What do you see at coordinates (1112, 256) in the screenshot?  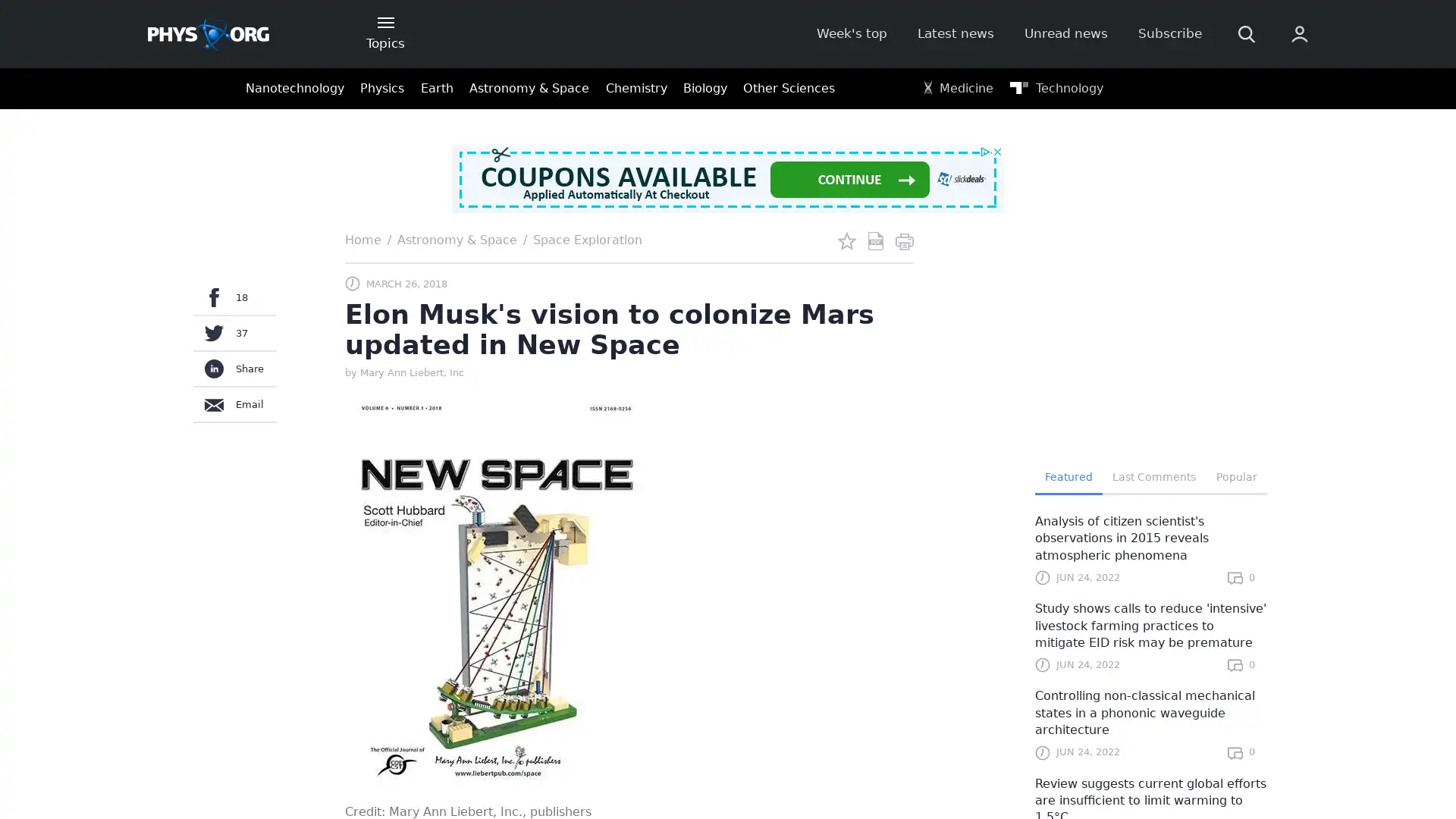 I see `Sign In` at bounding box center [1112, 256].